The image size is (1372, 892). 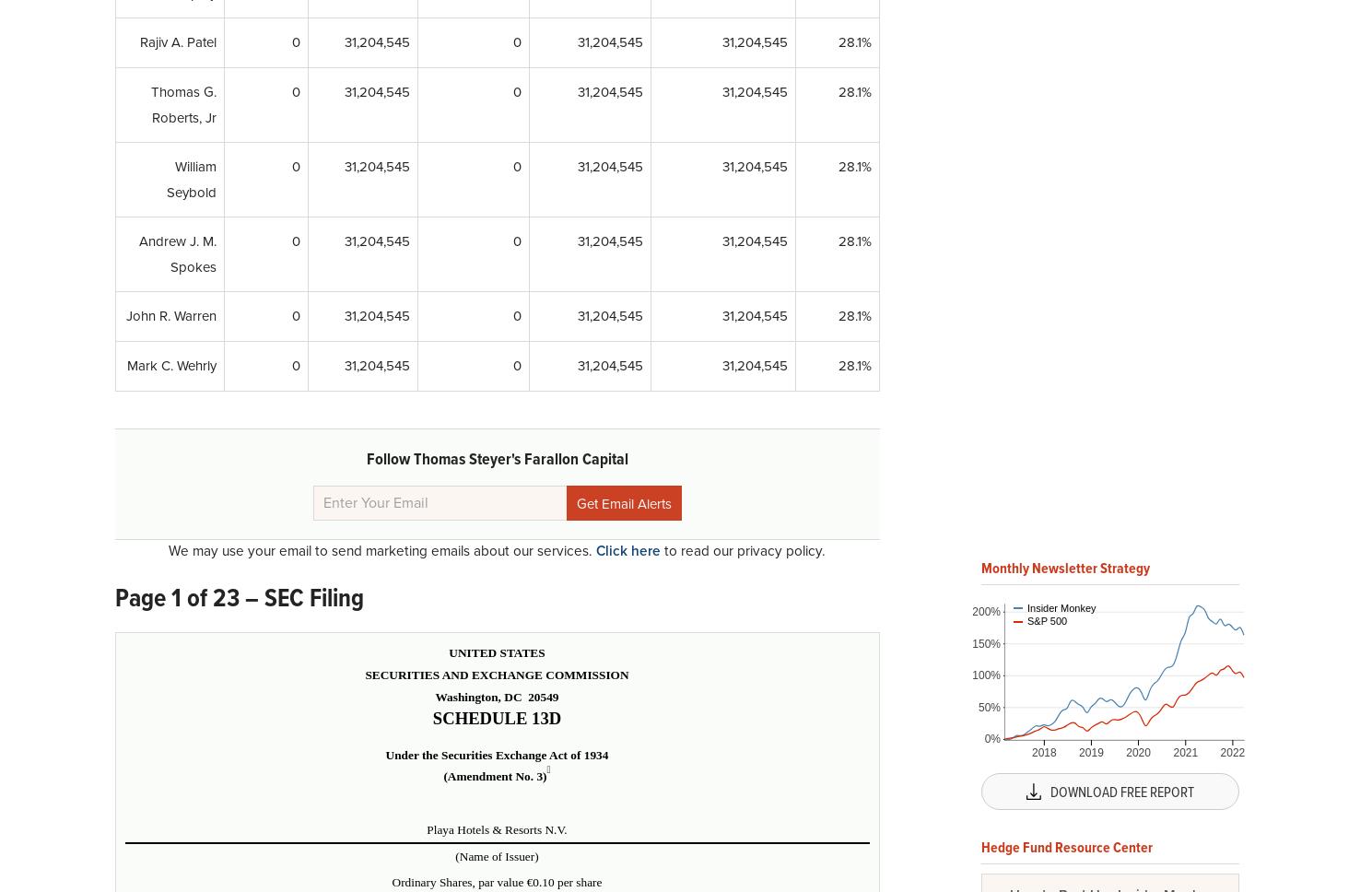 I want to click on 'UNITED STATES', so click(x=497, y=651).